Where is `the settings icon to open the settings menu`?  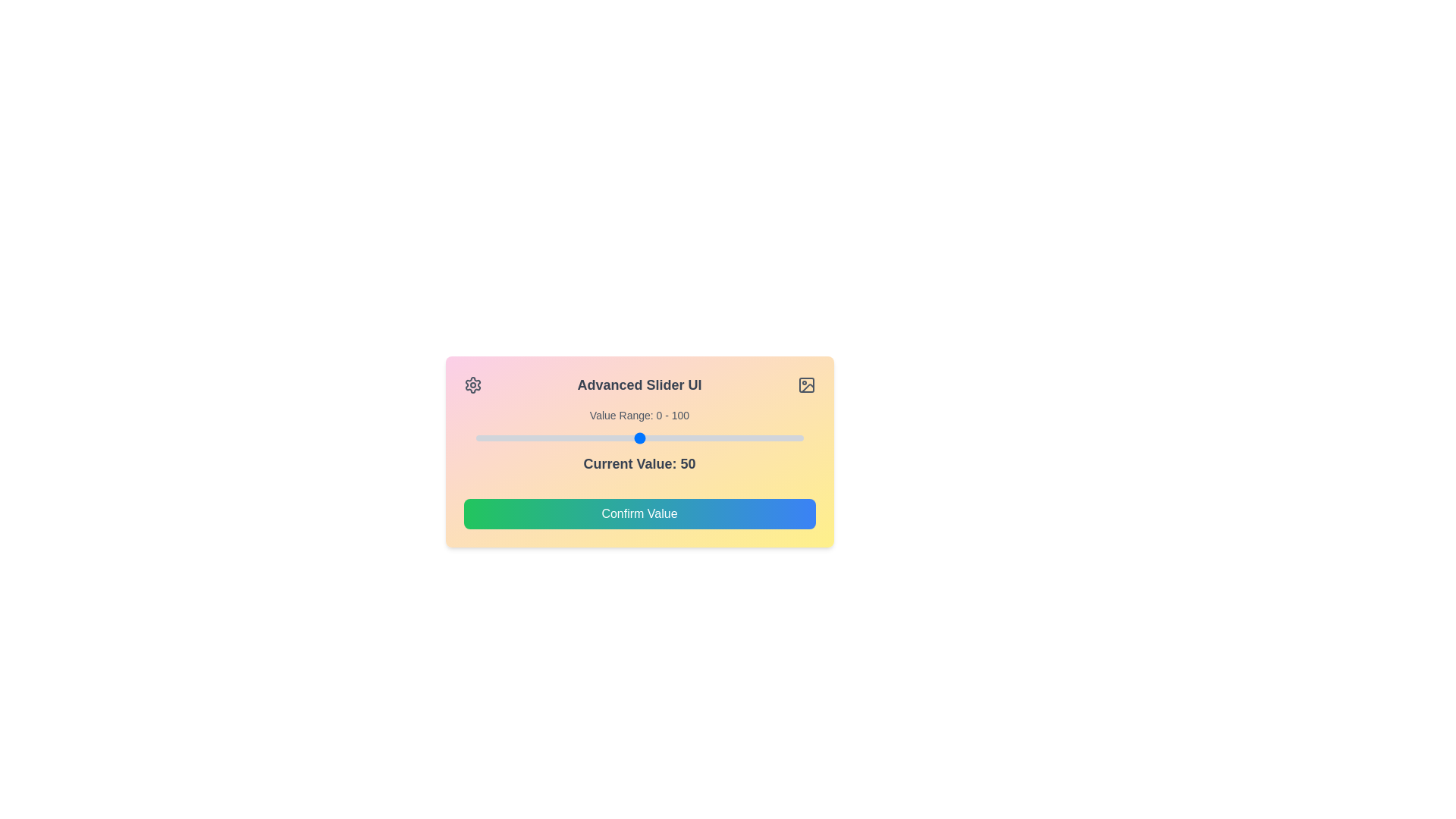 the settings icon to open the settings menu is located at coordinates (472, 384).